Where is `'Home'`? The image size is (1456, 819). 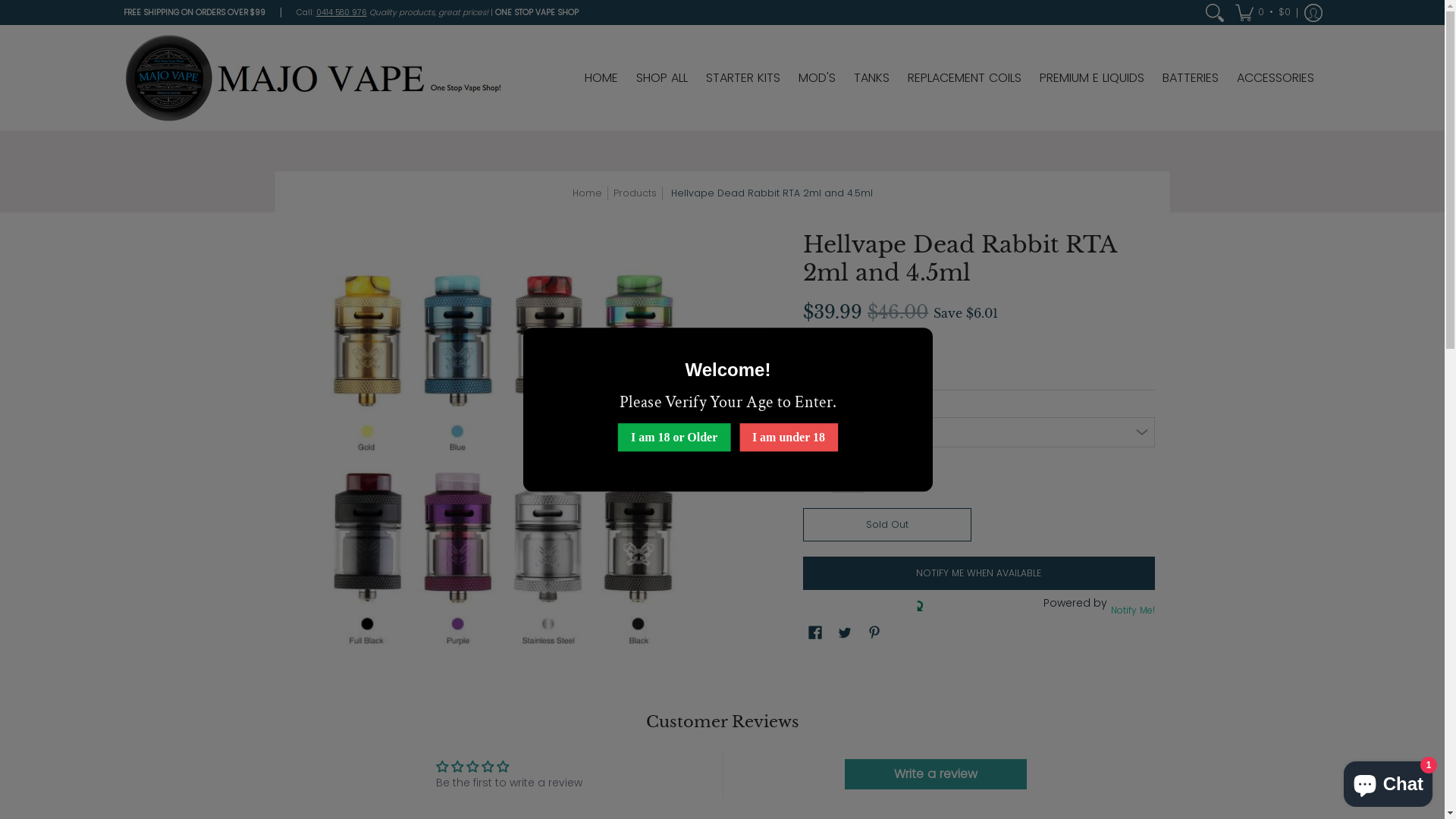
'Home' is located at coordinates (570, 192).